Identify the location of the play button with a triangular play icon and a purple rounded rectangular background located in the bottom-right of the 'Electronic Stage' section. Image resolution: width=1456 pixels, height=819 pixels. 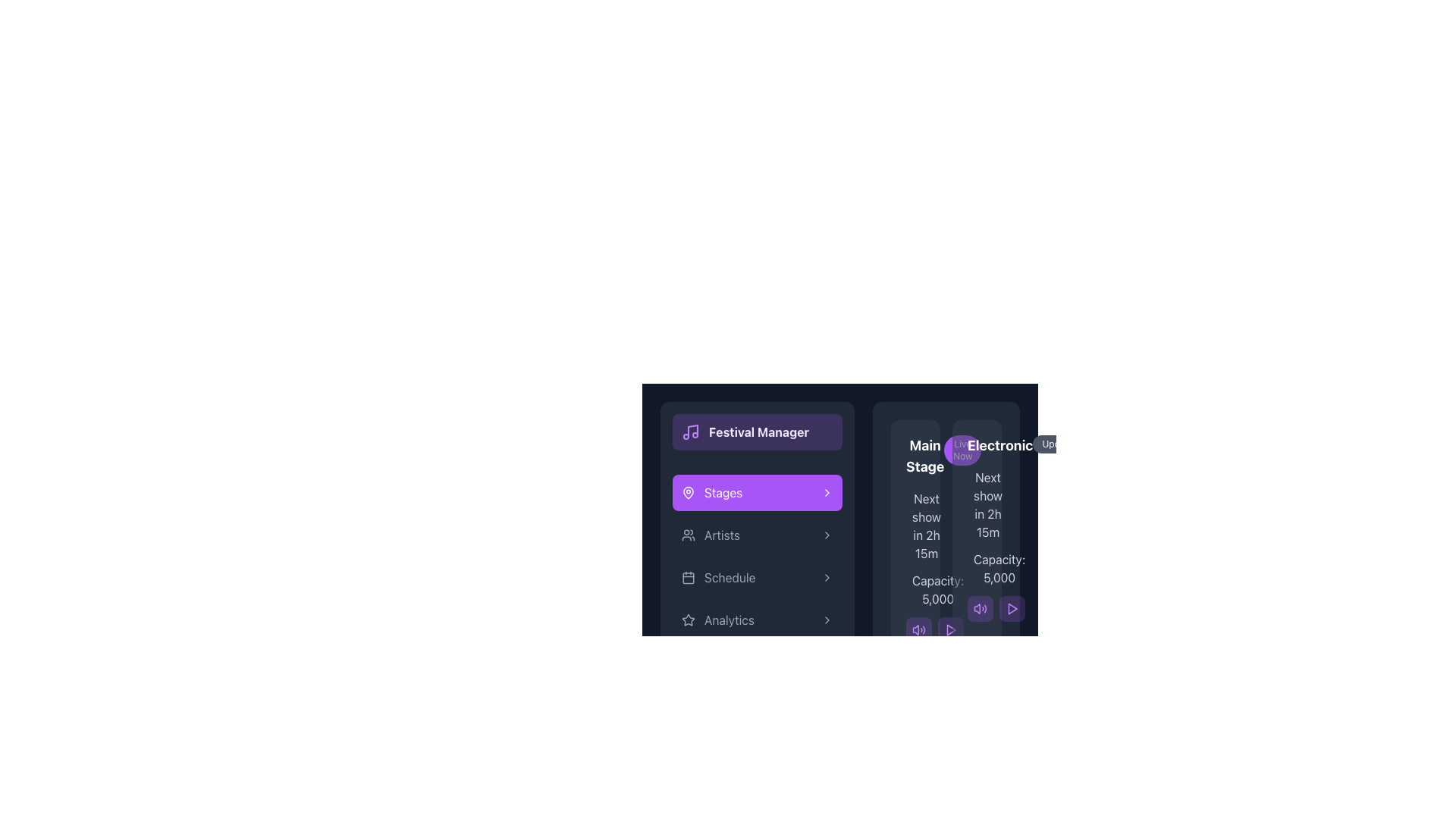
(949, 629).